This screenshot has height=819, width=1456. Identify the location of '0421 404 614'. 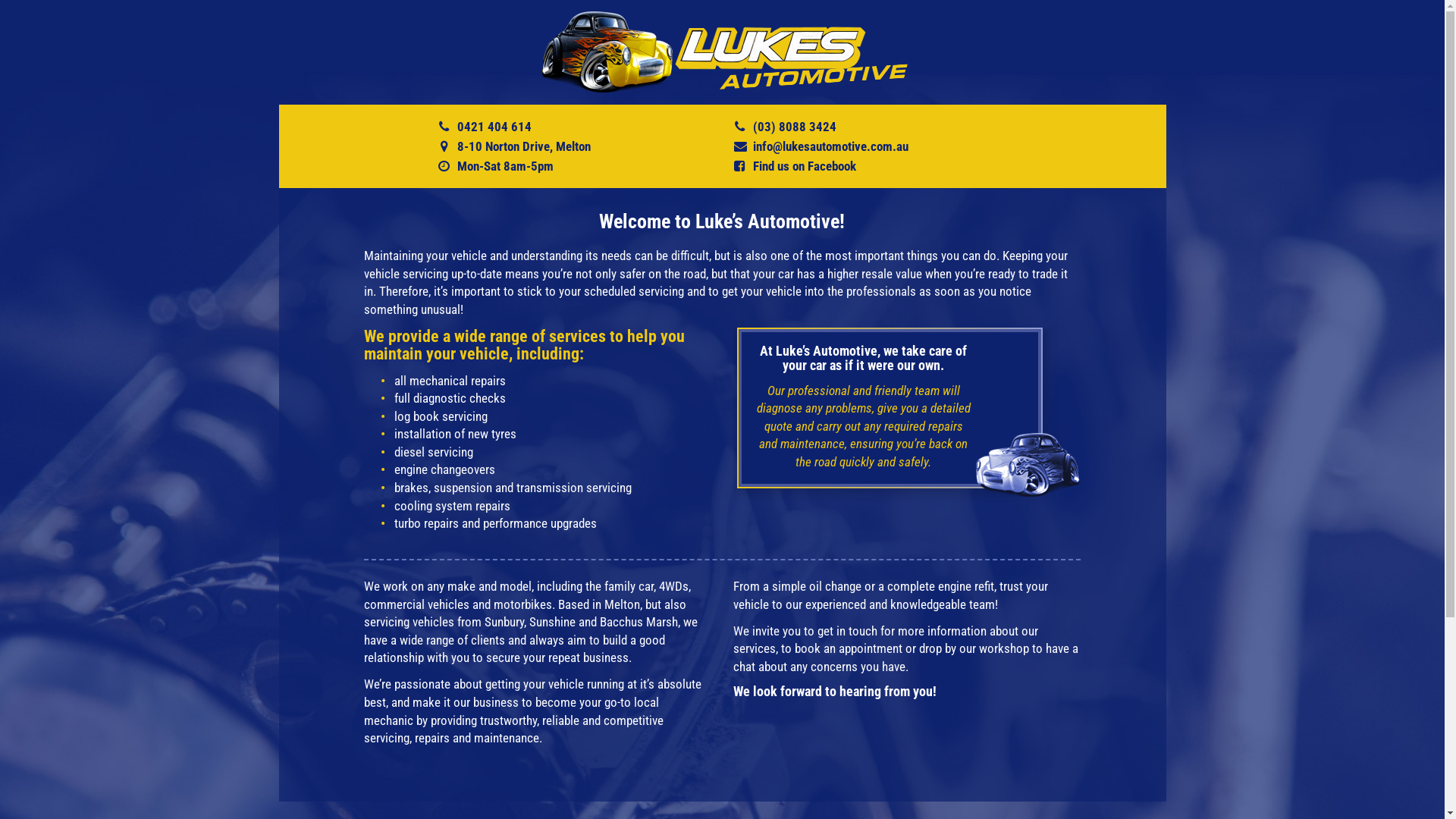
(494, 125).